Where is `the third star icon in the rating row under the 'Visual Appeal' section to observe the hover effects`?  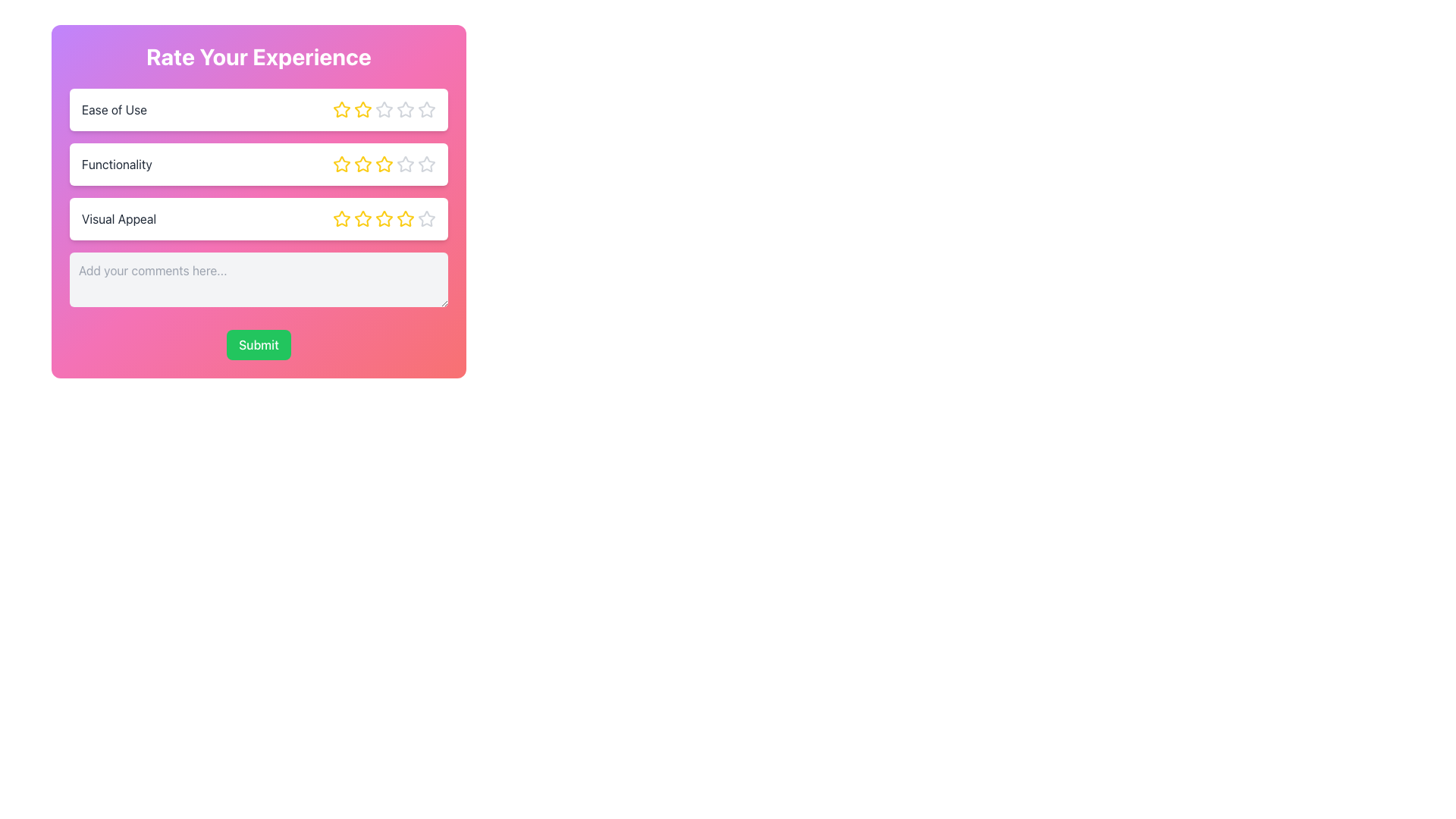
the third star icon in the rating row under the 'Visual Appeal' section to observe the hover effects is located at coordinates (362, 219).